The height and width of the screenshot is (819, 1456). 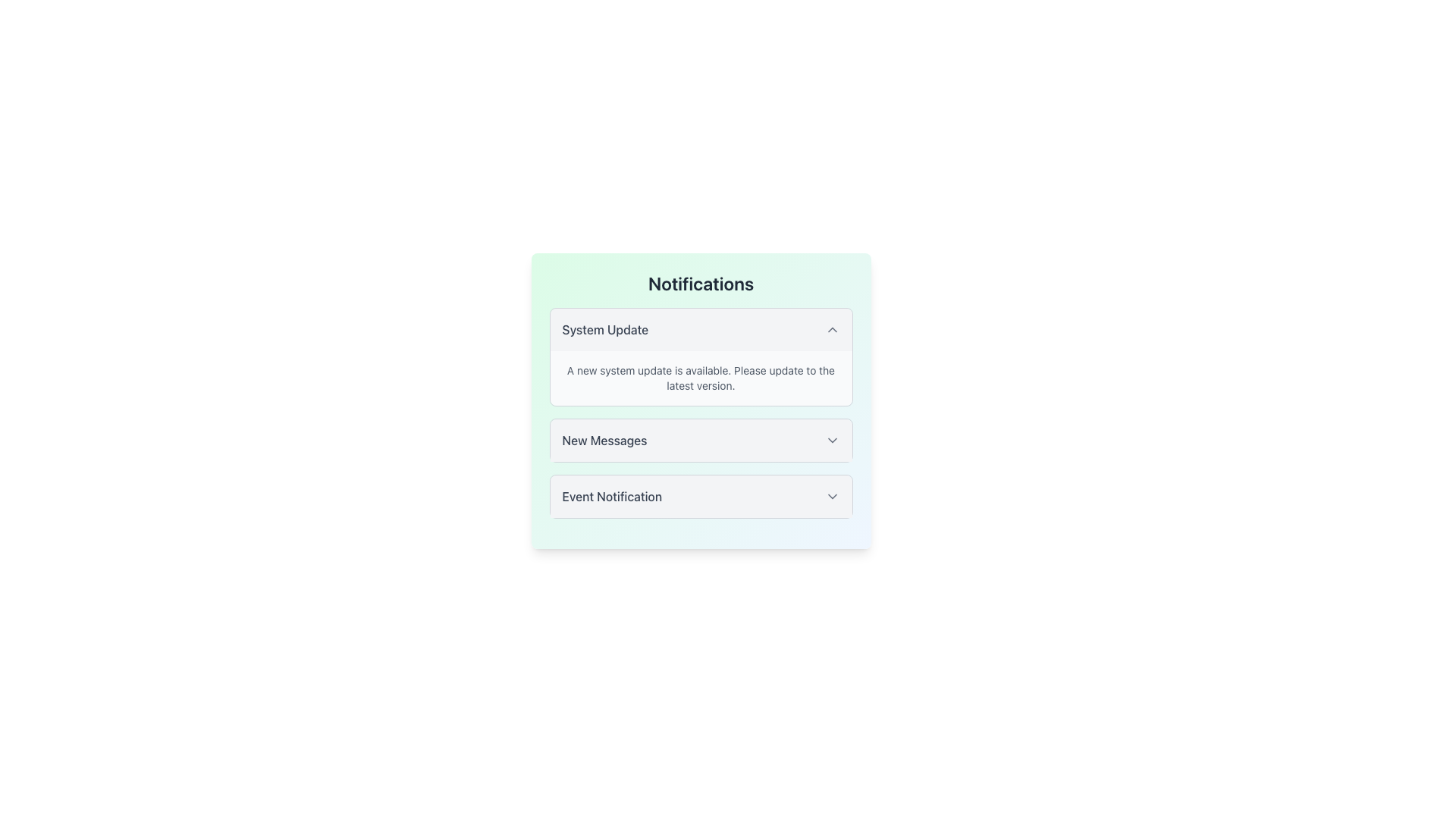 What do you see at coordinates (700, 400) in the screenshot?
I see `the first notification component titled 'System Update' within the expandable card section` at bounding box center [700, 400].